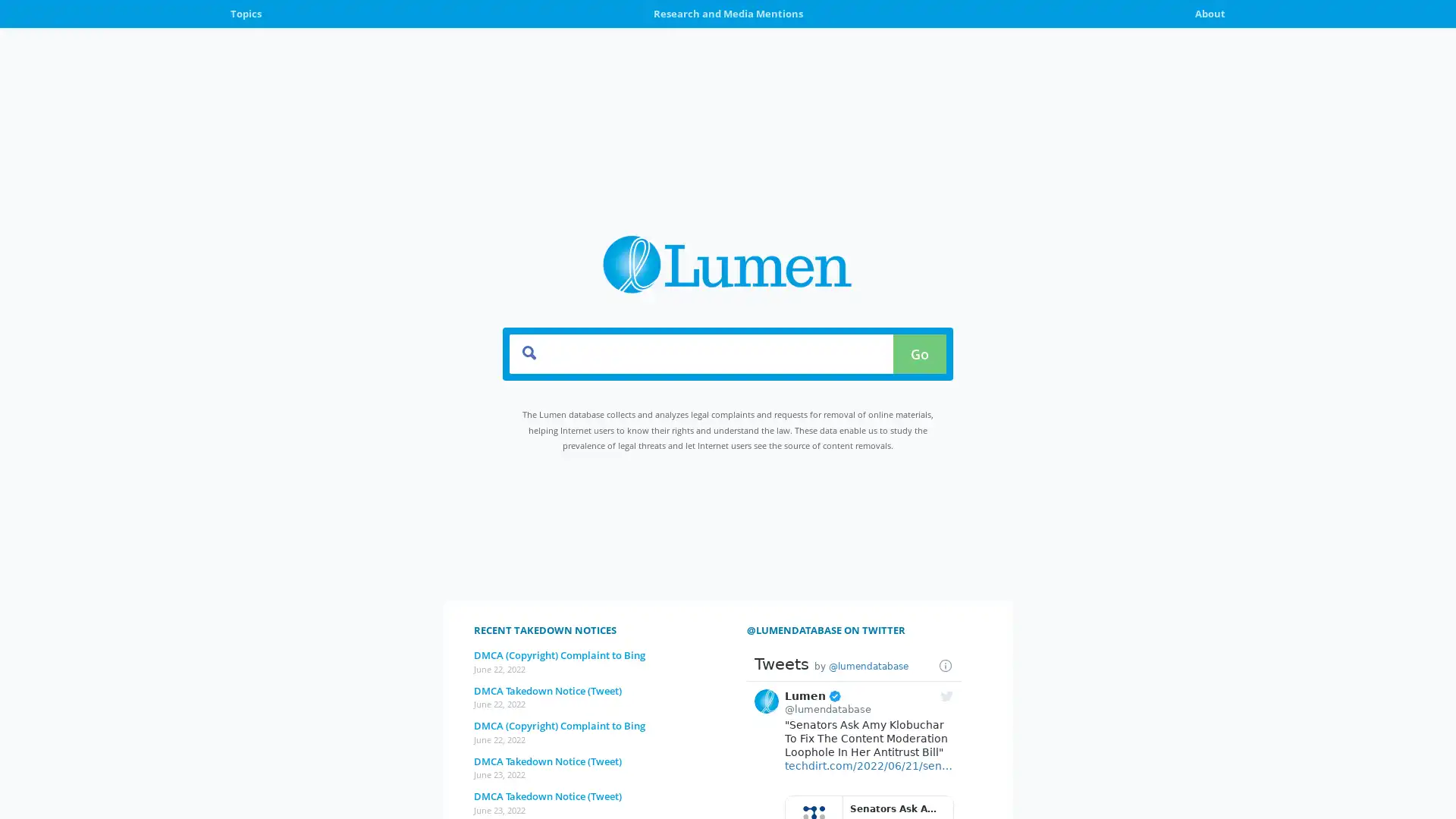  Describe the element at coordinates (919, 353) in the screenshot. I see `Go` at that location.